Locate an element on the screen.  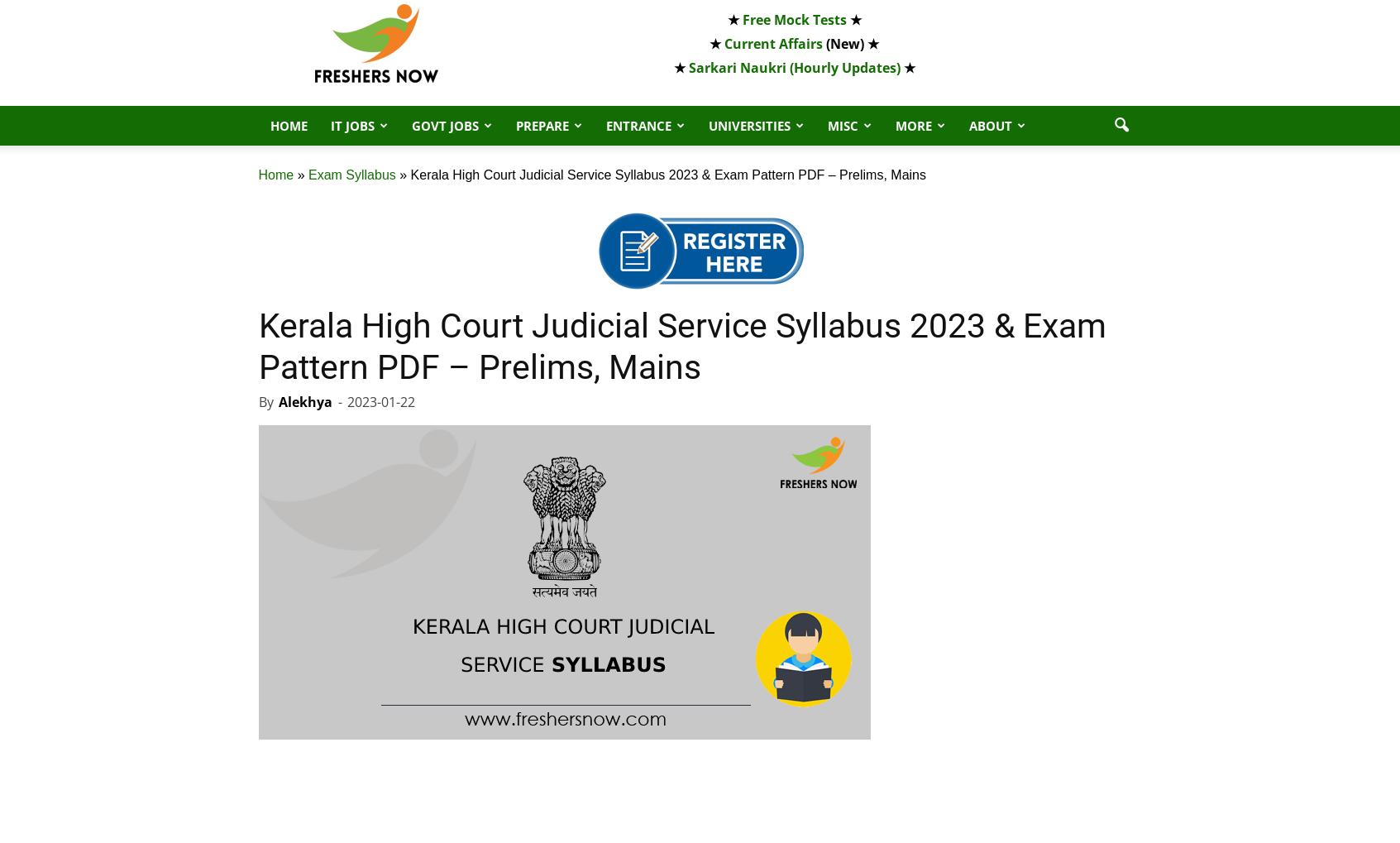
'2023-01-22' is located at coordinates (380, 400).